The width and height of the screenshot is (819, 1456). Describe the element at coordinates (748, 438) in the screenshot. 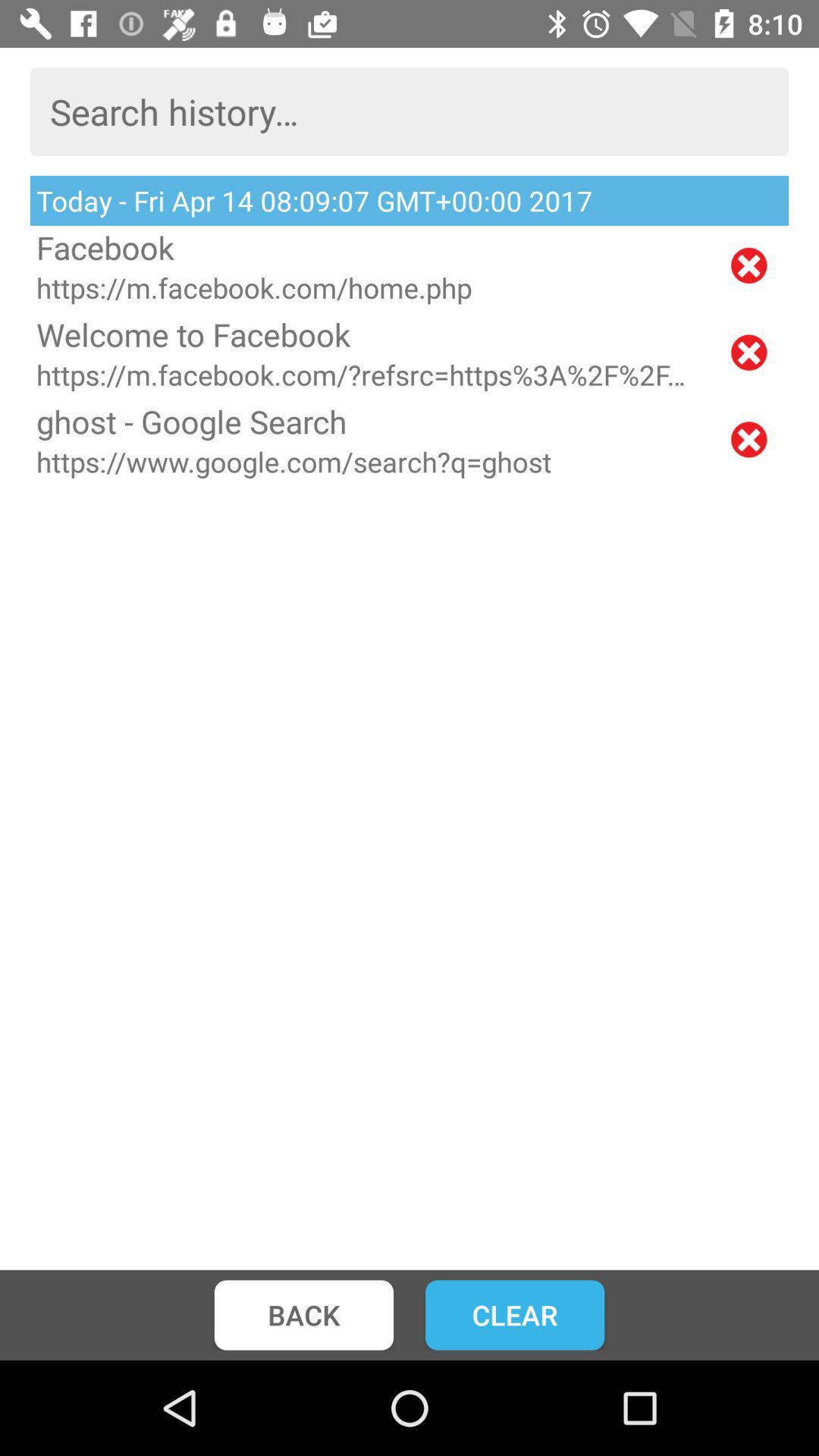

I see `delete entry` at that location.